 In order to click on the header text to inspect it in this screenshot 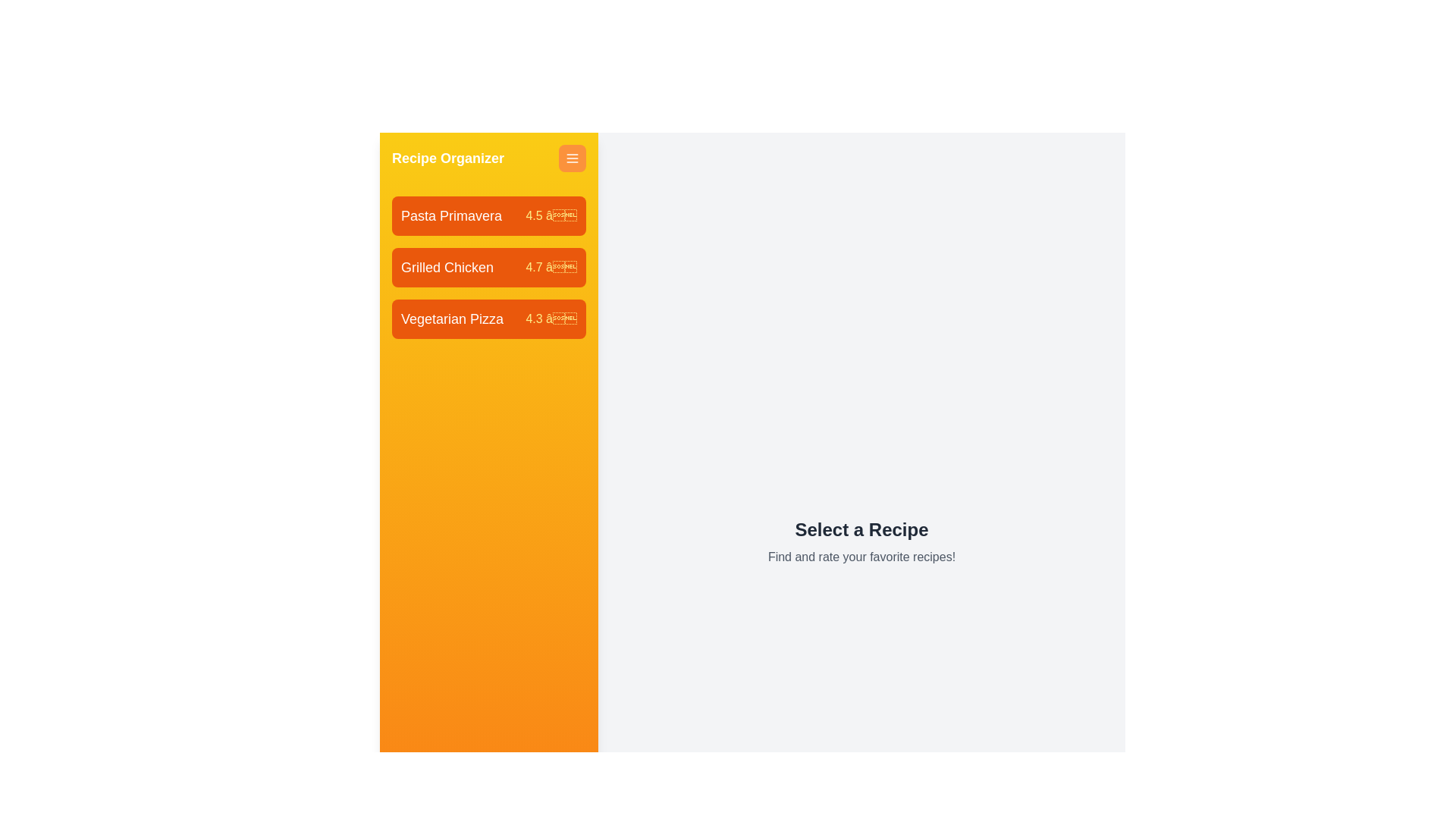, I will do `click(488, 158)`.